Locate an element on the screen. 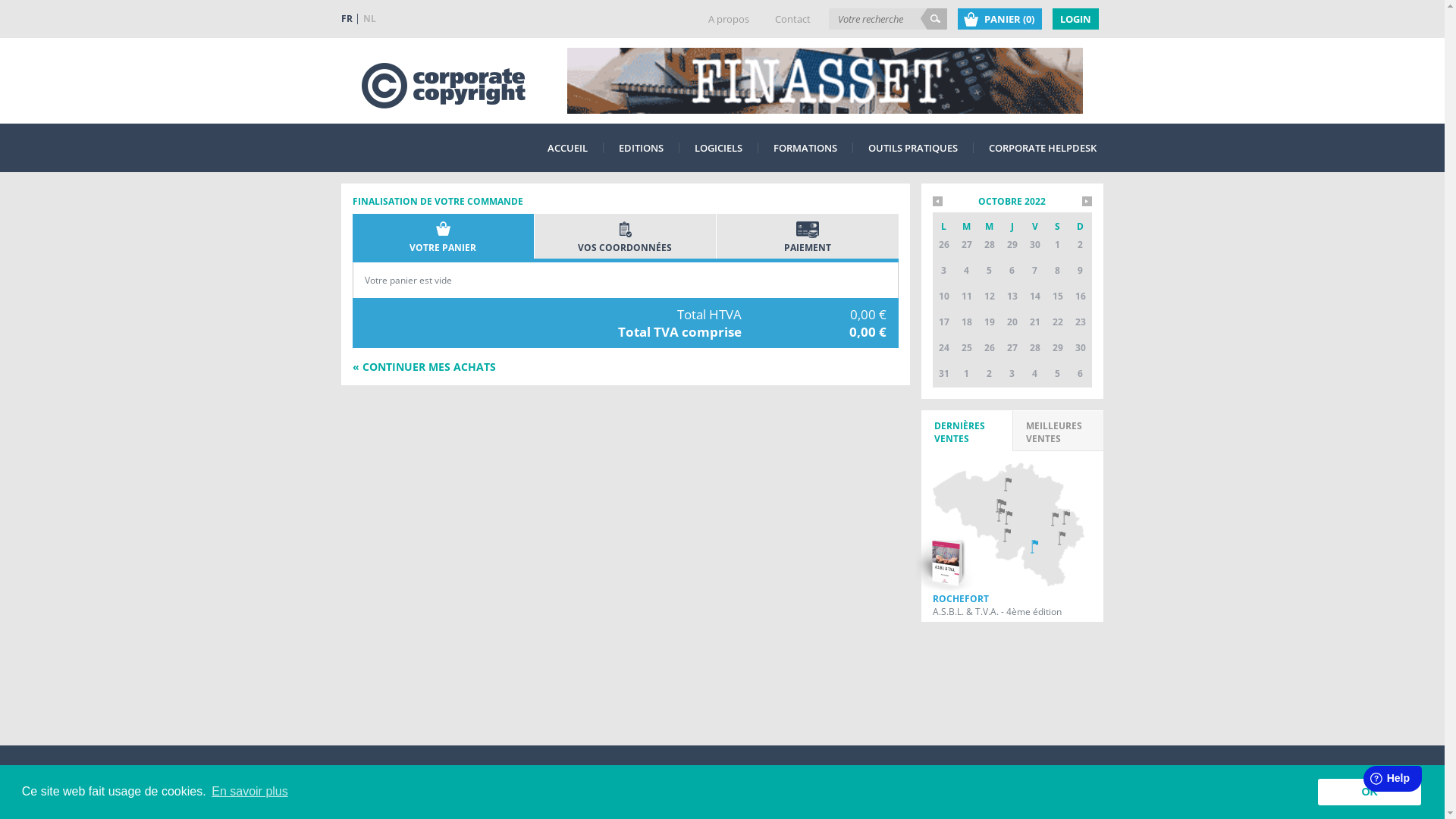 Image resolution: width=1456 pixels, height=819 pixels. 'FR' is located at coordinates (348, 18).